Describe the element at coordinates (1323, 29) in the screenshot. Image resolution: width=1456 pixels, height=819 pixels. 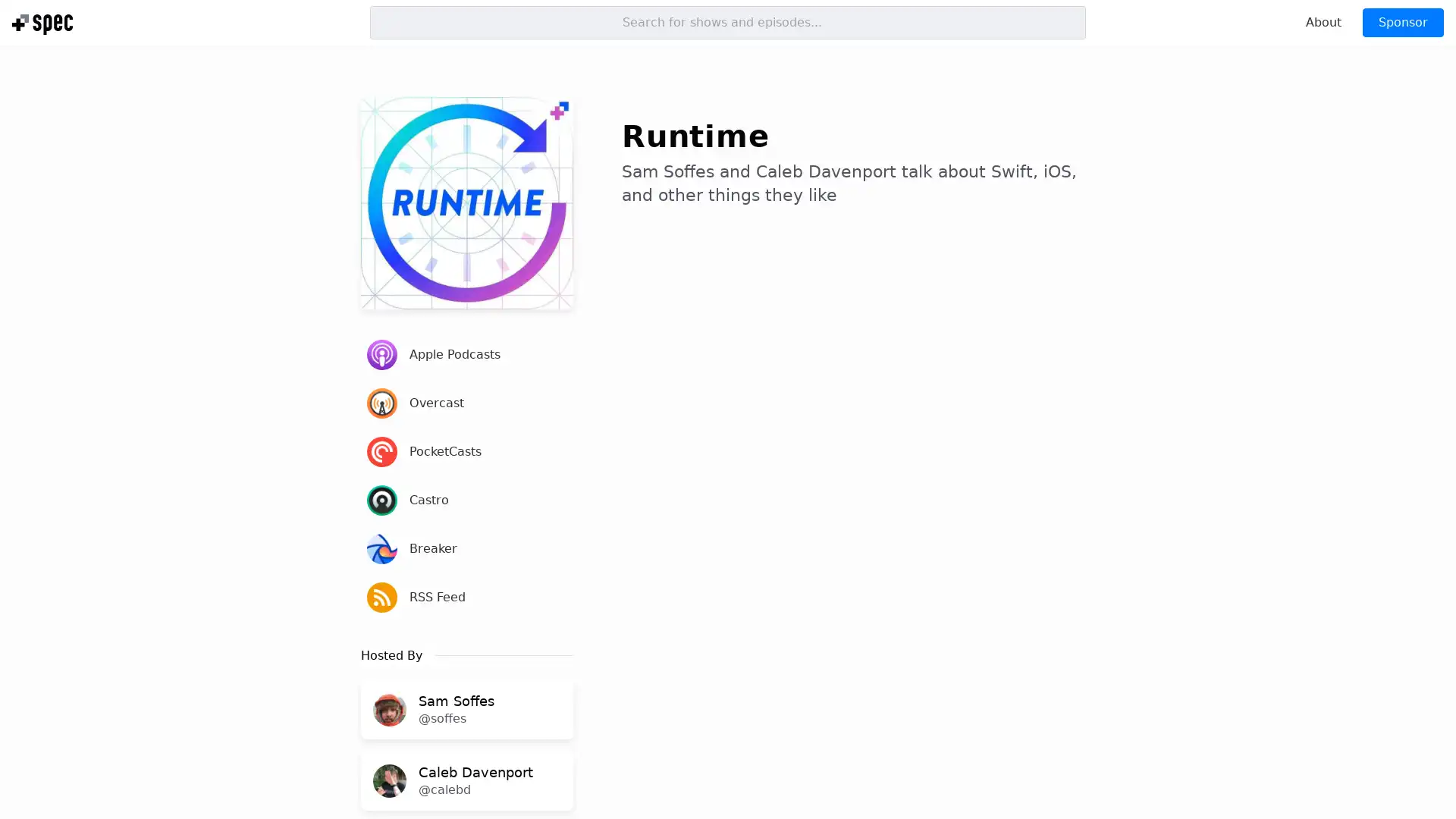
I see `About` at that location.